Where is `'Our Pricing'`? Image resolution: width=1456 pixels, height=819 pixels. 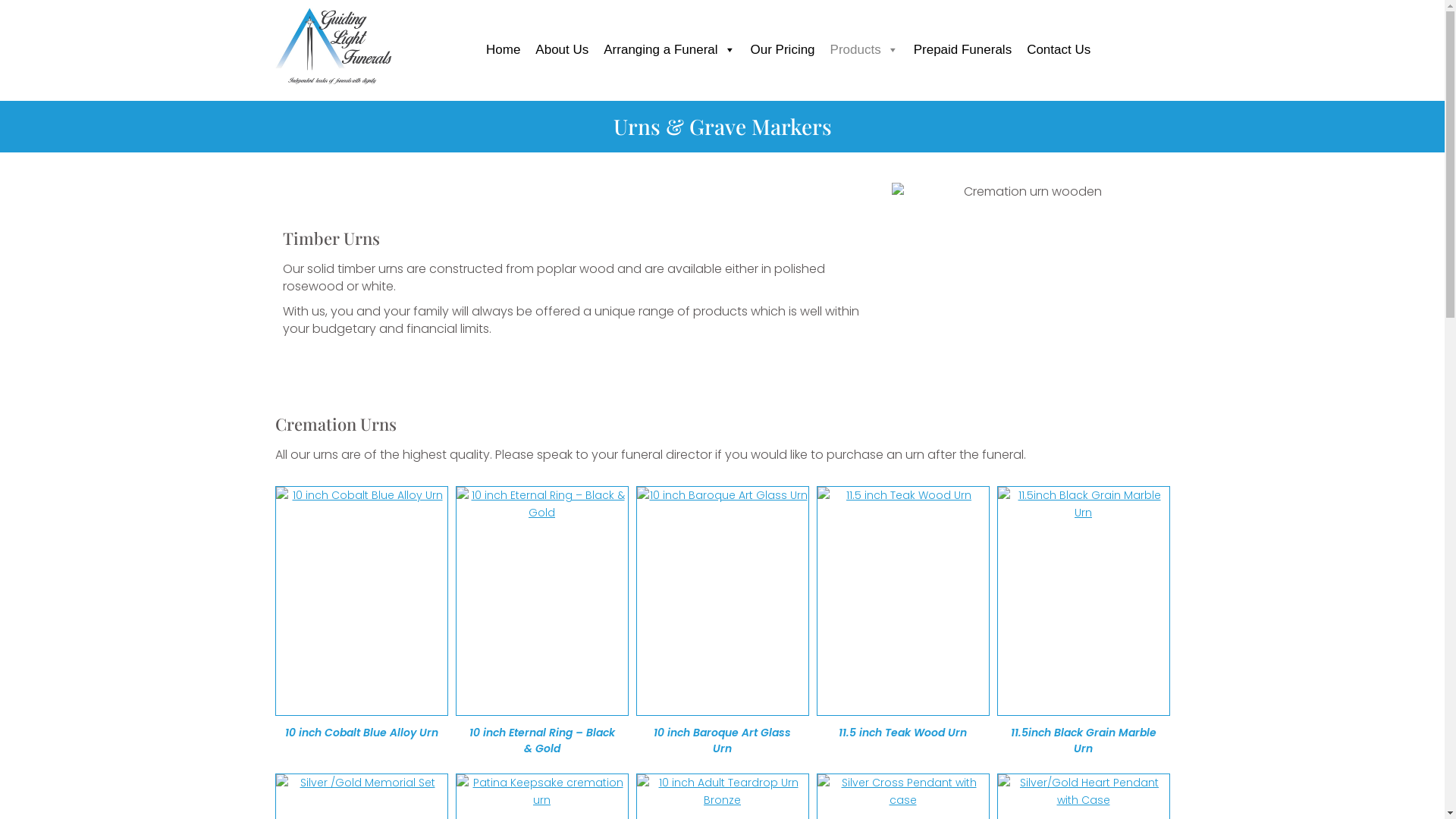
'Our Pricing' is located at coordinates (783, 49).